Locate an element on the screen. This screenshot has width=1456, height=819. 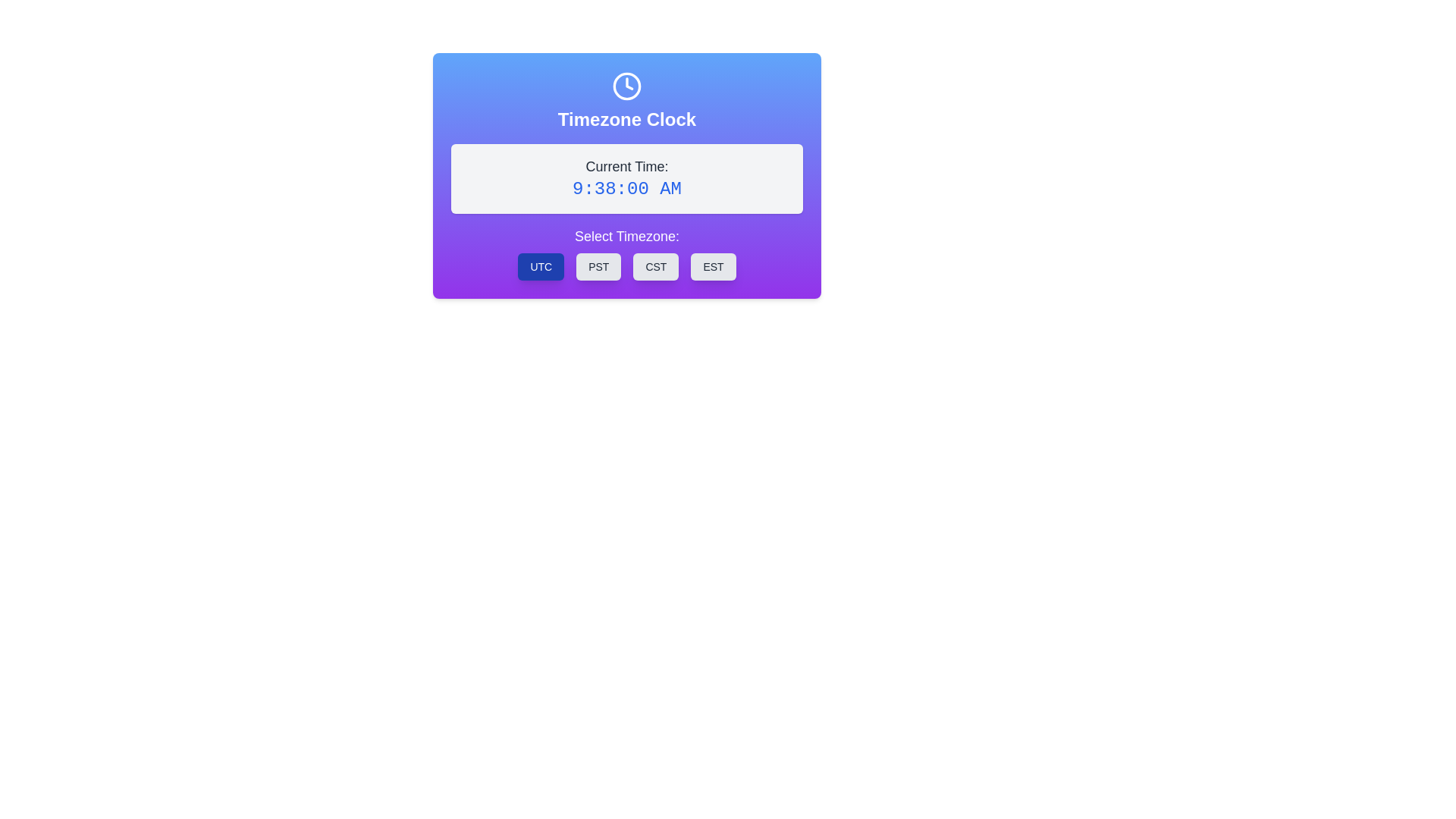
the SVG circle graphic component representing the clock face, which has a white outline and is located at the top-center of the panel above the 'Timezone Clock' text is located at coordinates (626, 86).